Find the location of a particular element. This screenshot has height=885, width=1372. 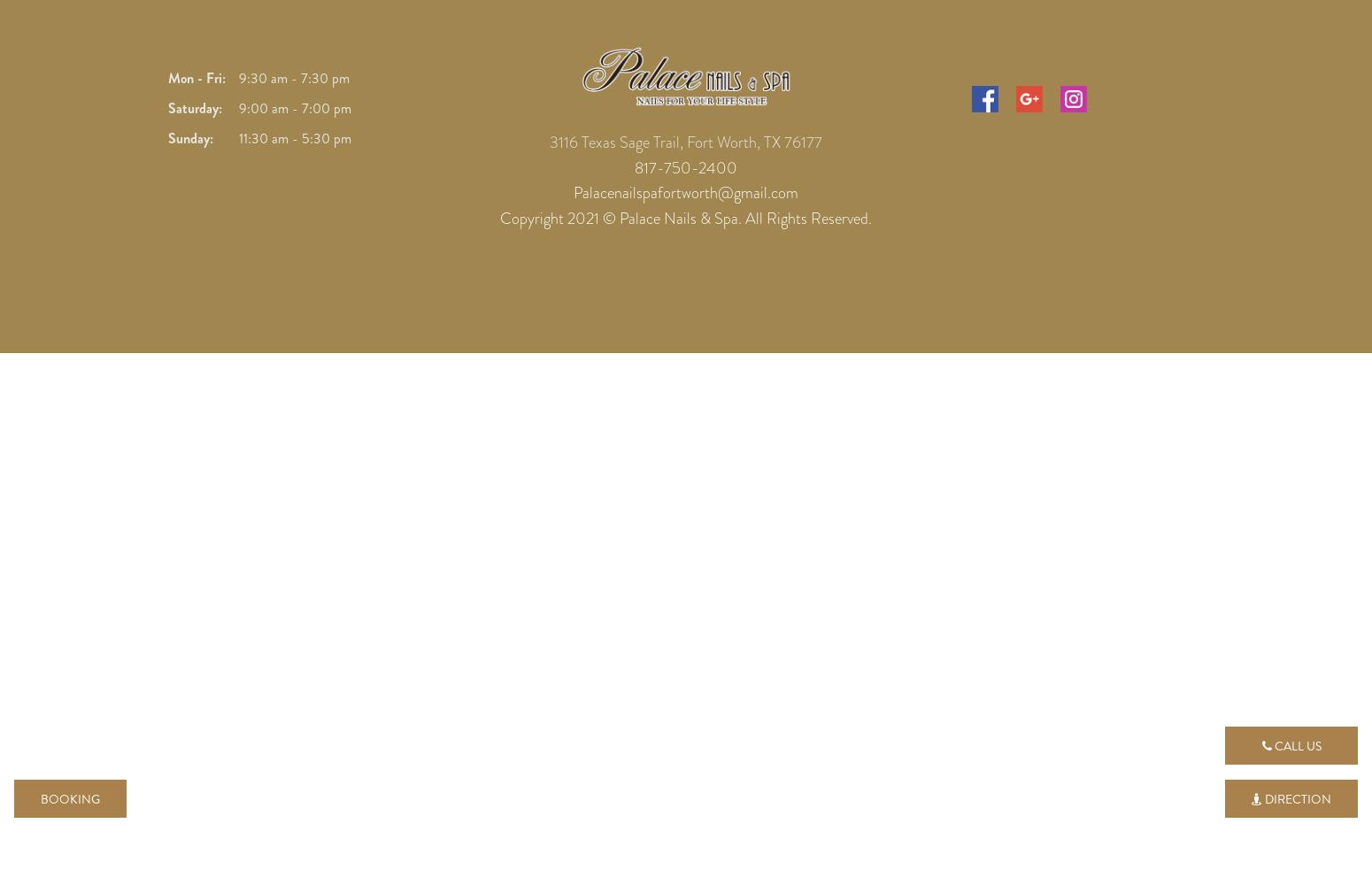

'3116 Texas Sage Trail,' is located at coordinates (615, 142).